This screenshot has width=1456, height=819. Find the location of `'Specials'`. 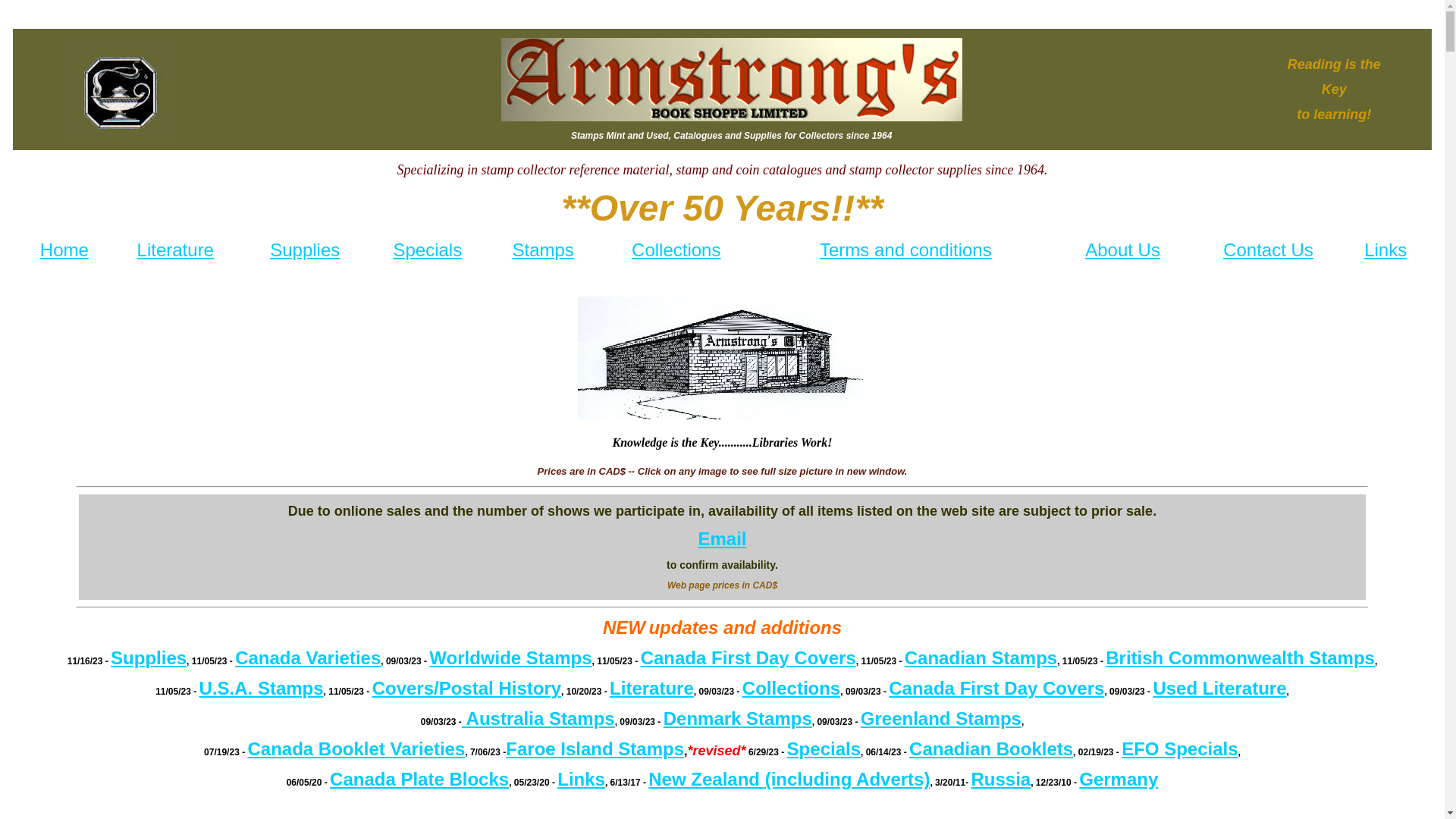

'Specials' is located at coordinates (823, 748).